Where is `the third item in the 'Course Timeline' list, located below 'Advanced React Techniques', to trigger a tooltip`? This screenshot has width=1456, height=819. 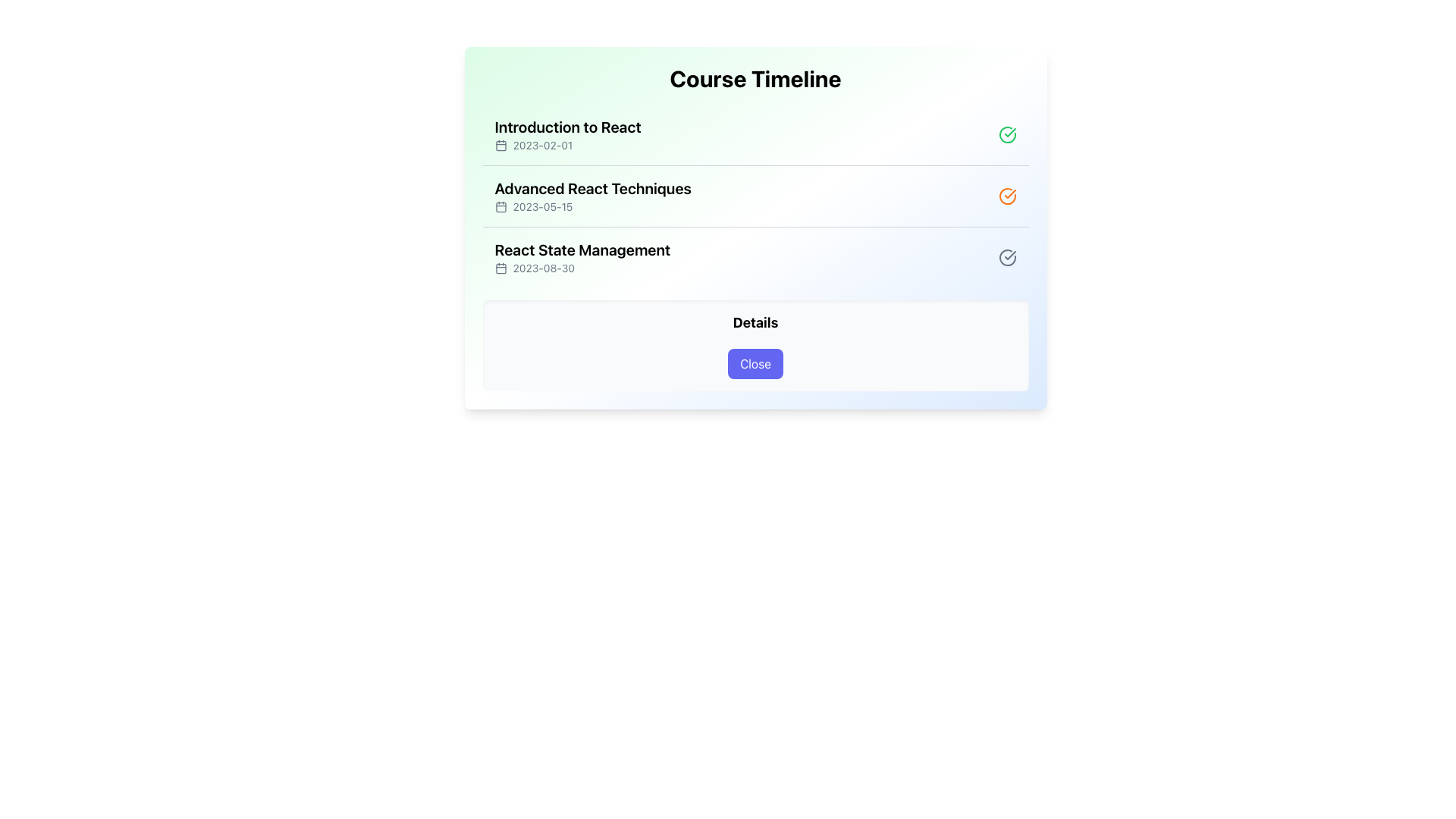
the third item in the 'Course Timeline' list, located below 'Advanced React Techniques', to trigger a tooltip is located at coordinates (755, 256).